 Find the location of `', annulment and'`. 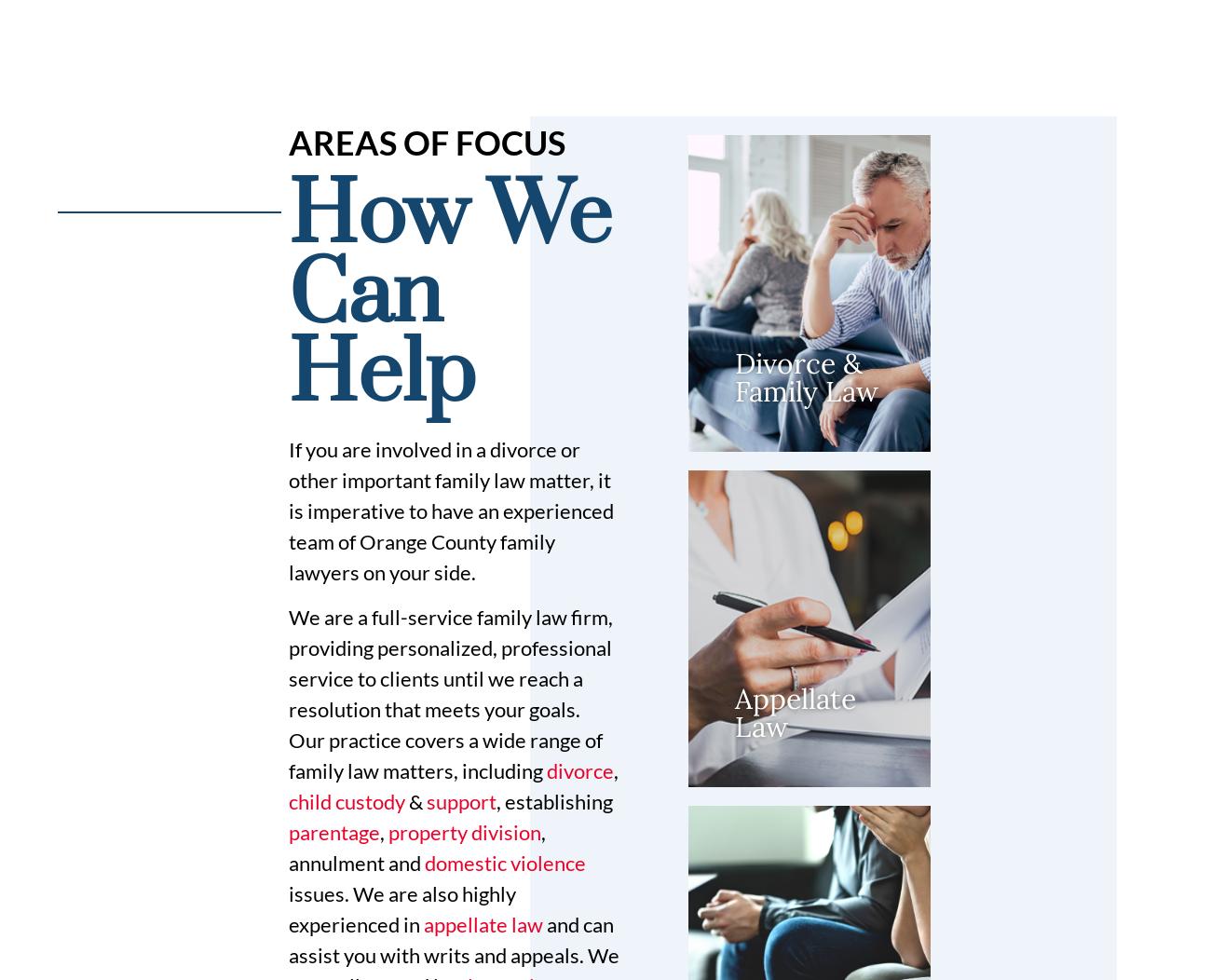

', annulment and' is located at coordinates (415, 847).